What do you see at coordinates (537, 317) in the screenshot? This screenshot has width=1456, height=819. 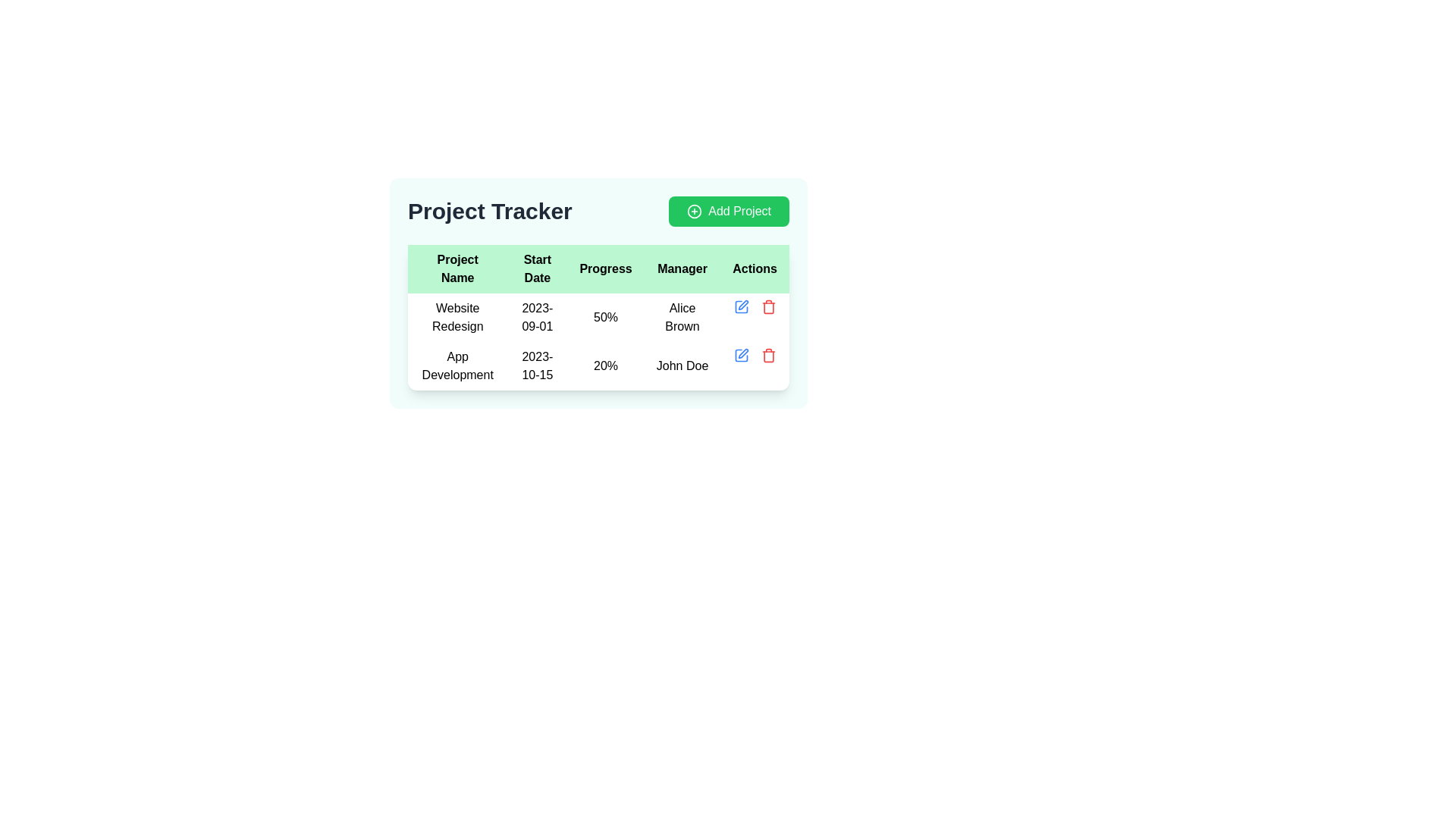 I see `text label representing the start date of the project, located in the second column of the first row in a table-like structure, adjacent to 'Website Redesign' and '50%` at bounding box center [537, 317].